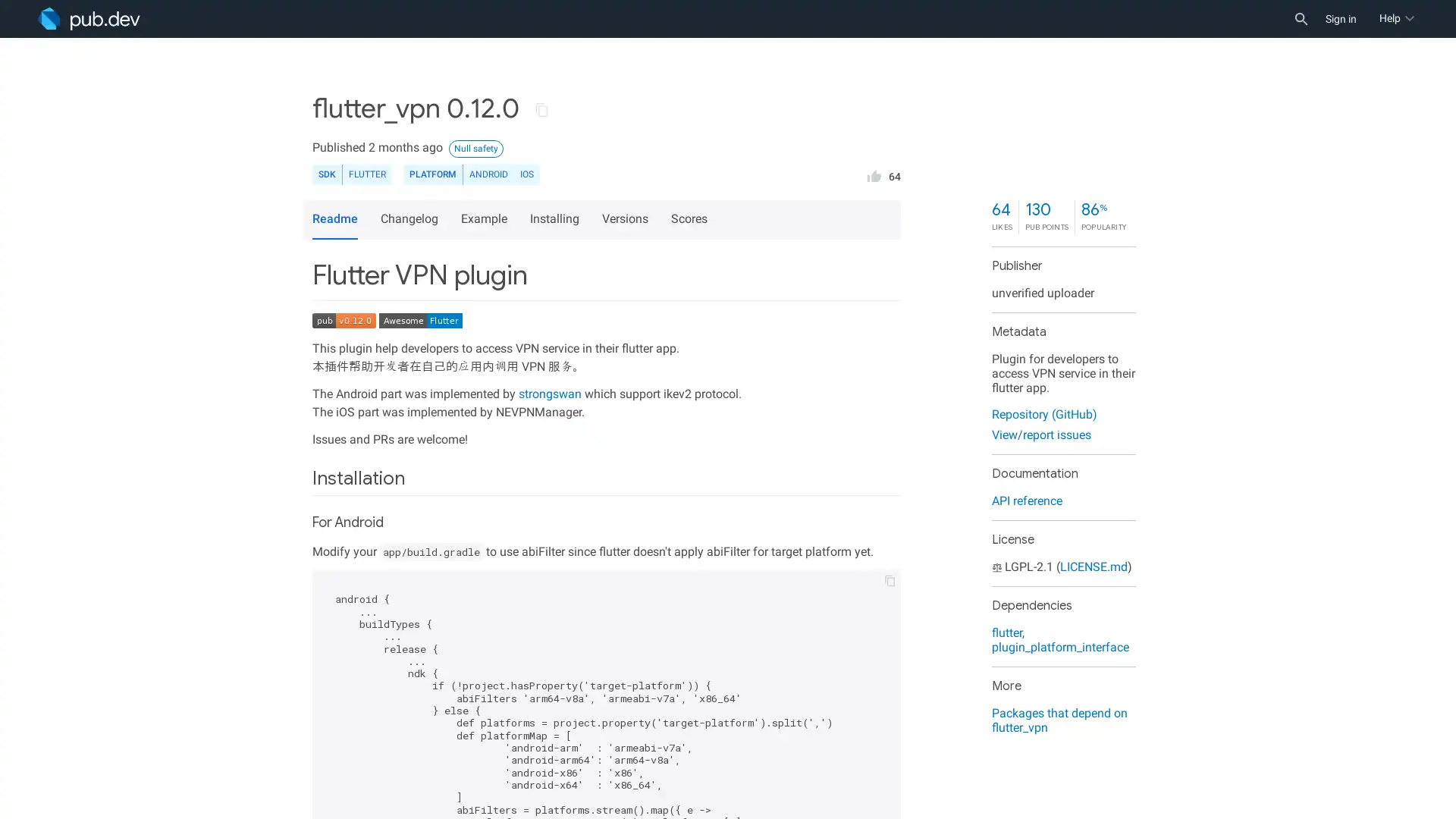  Describe the element at coordinates (411, 219) in the screenshot. I see `Changelog` at that location.